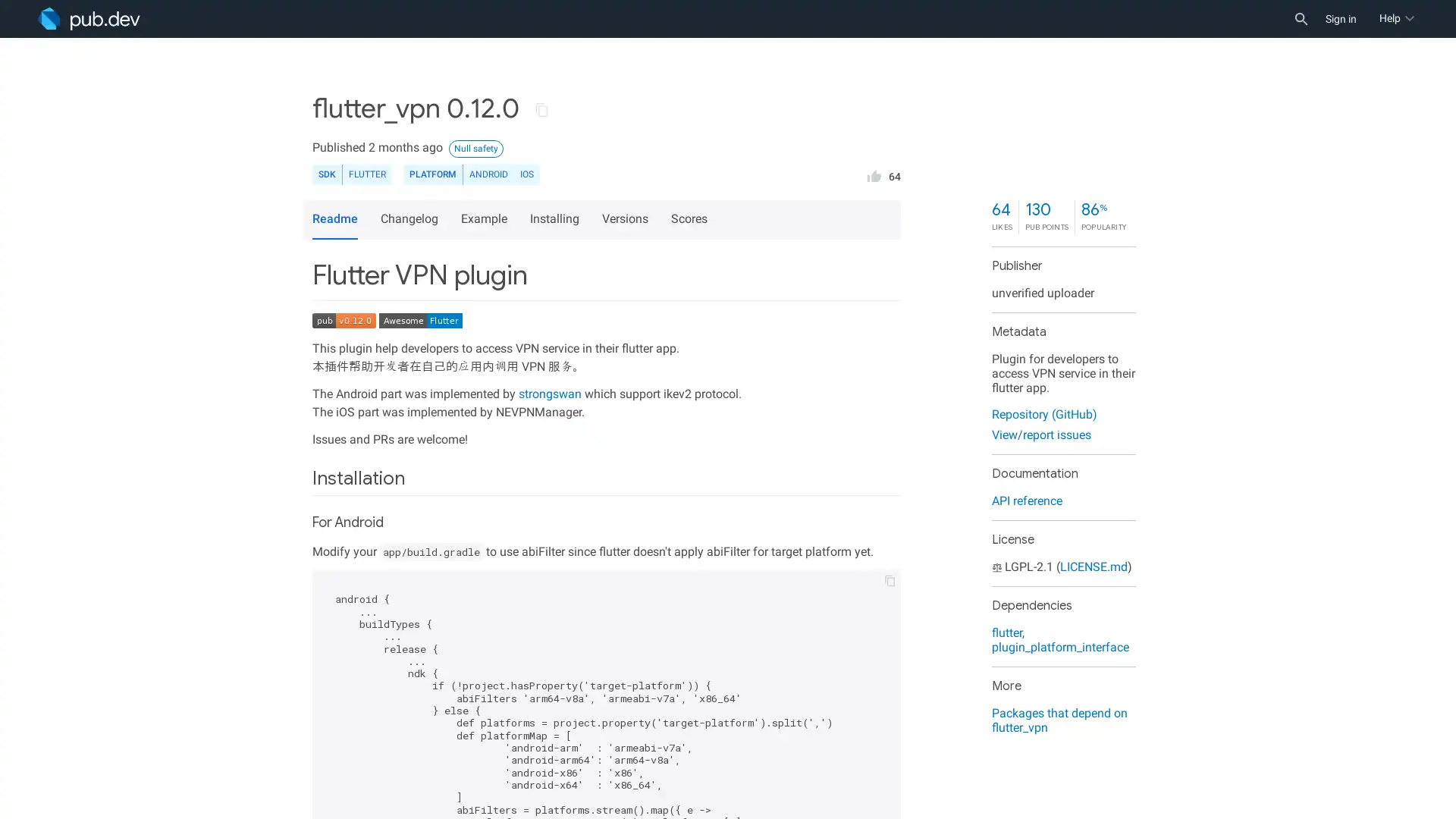  Describe the element at coordinates (411, 219) in the screenshot. I see `Changelog` at that location.